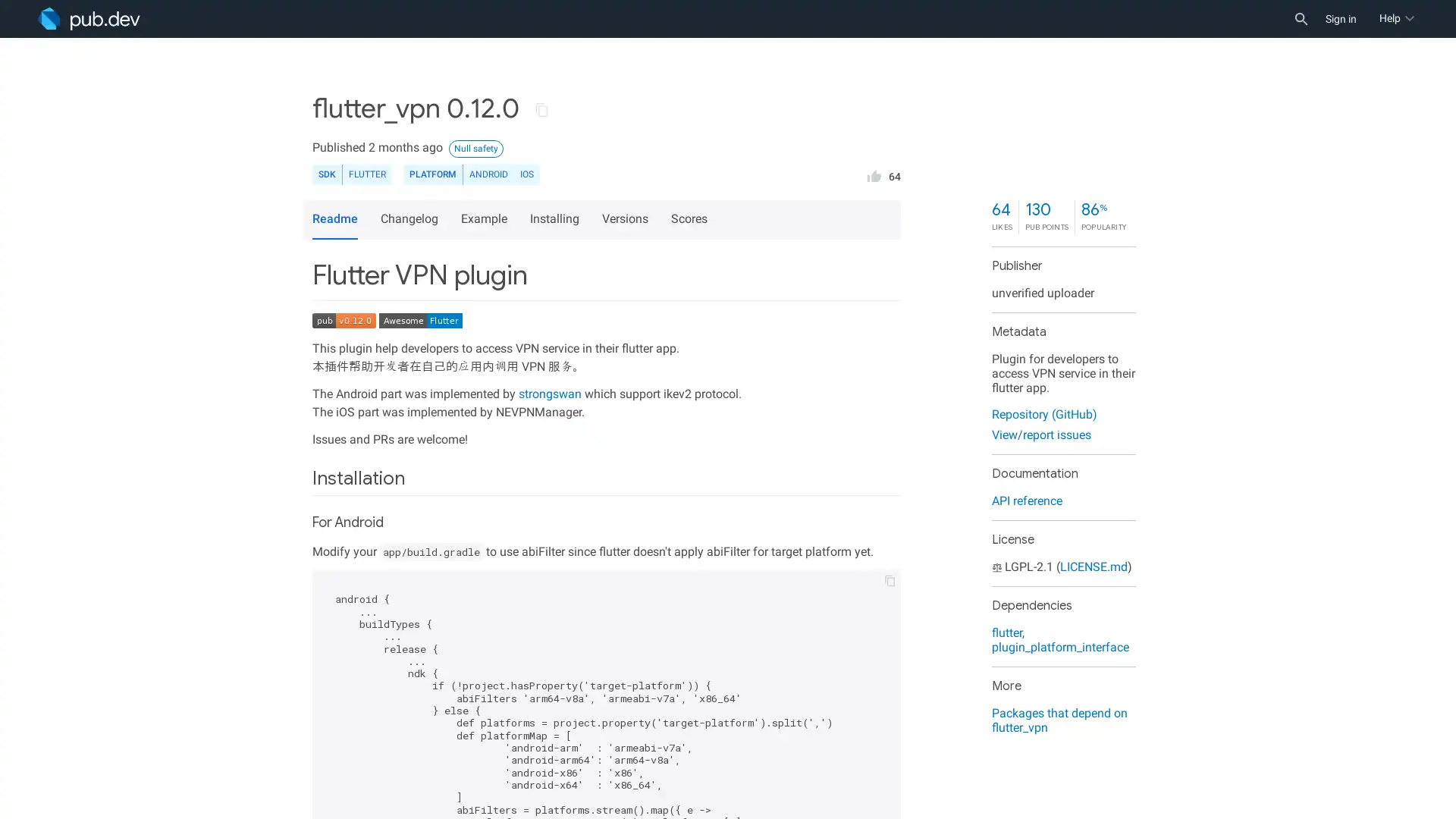  Describe the element at coordinates (411, 219) in the screenshot. I see `Changelog` at that location.